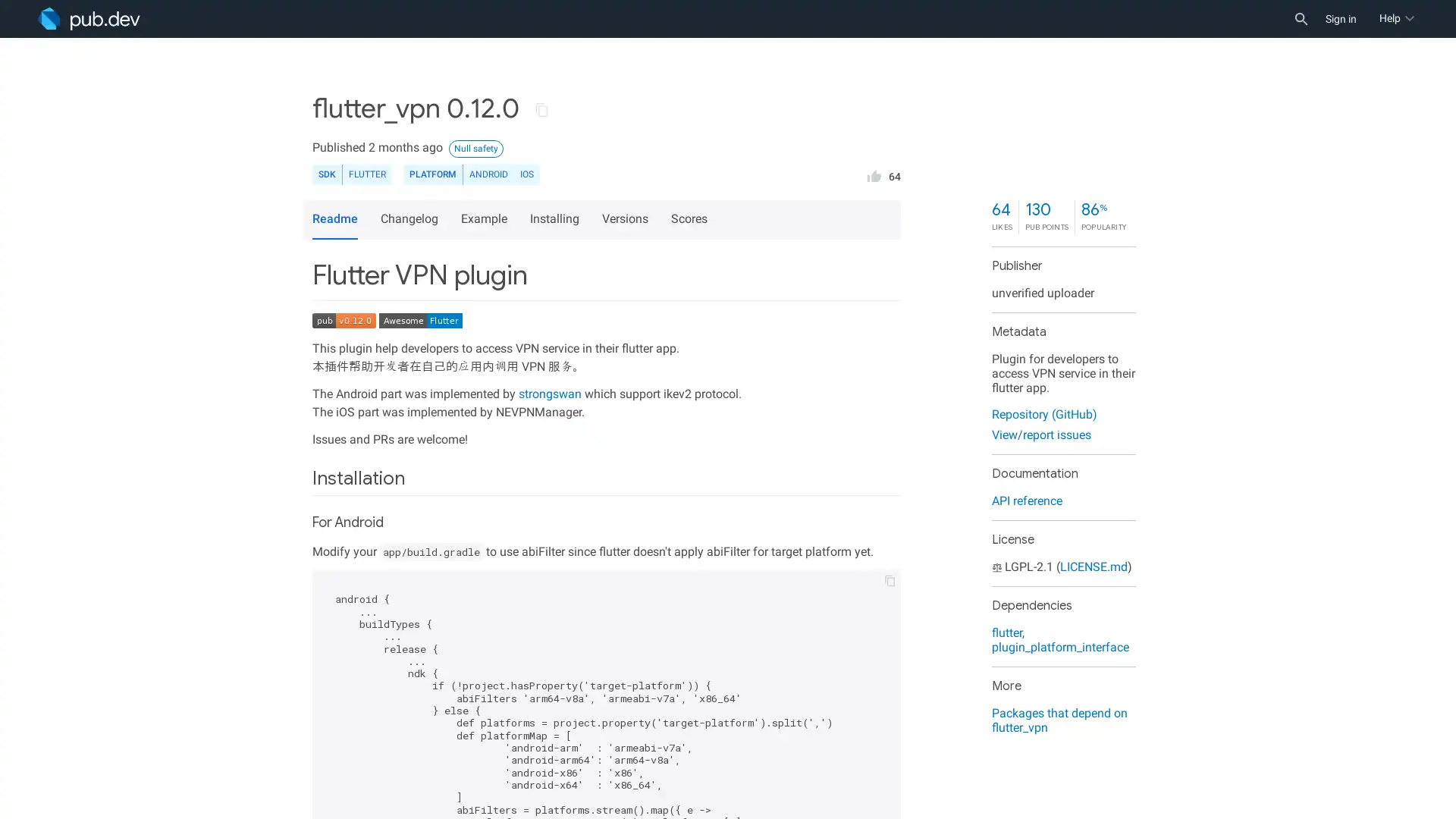  Describe the element at coordinates (411, 219) in the screenshot. I see `Changelog` at that location.